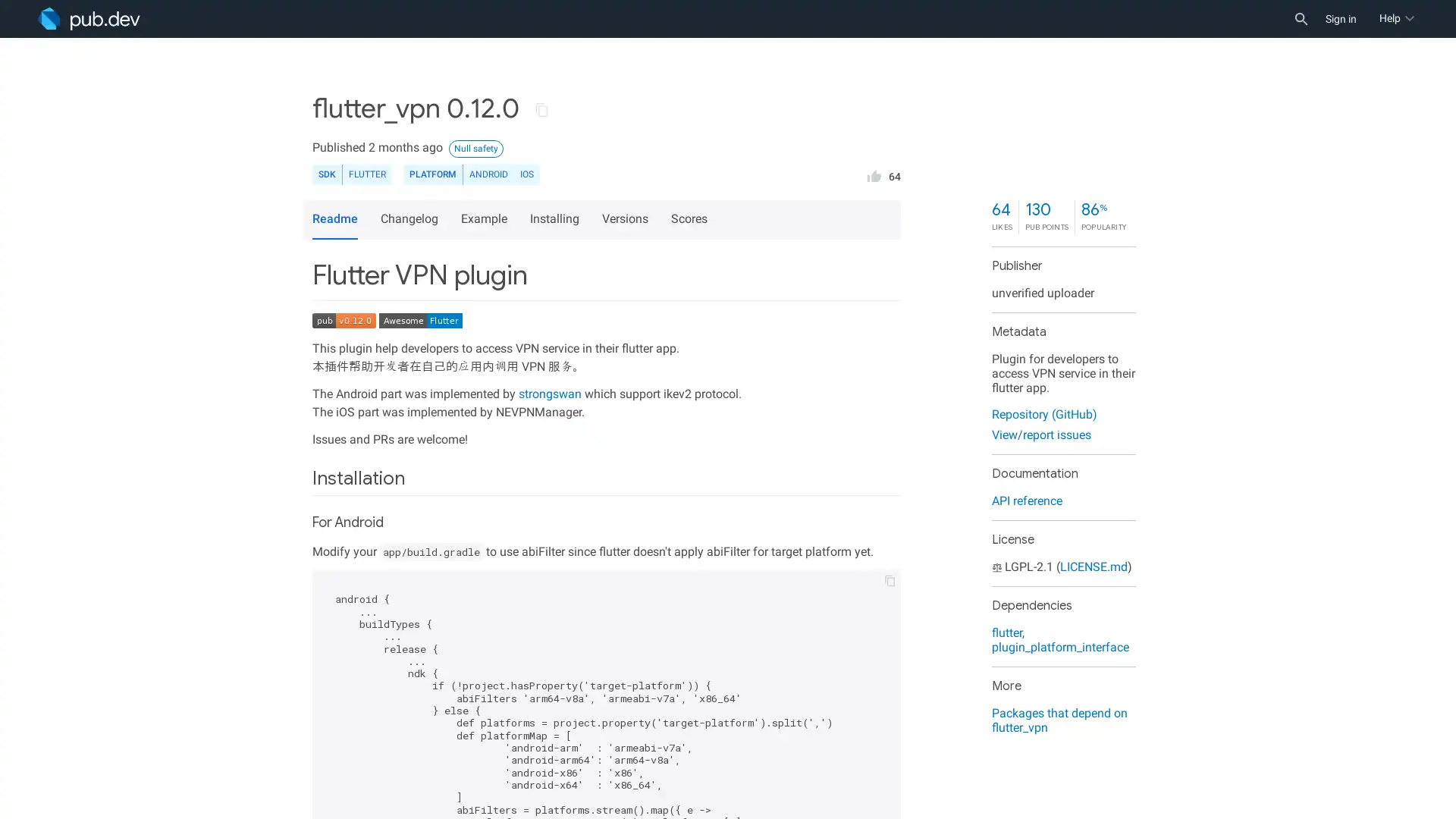  Describe the element at coordinates (411, 219) in the screenshot. I see `Changelog` at that location.